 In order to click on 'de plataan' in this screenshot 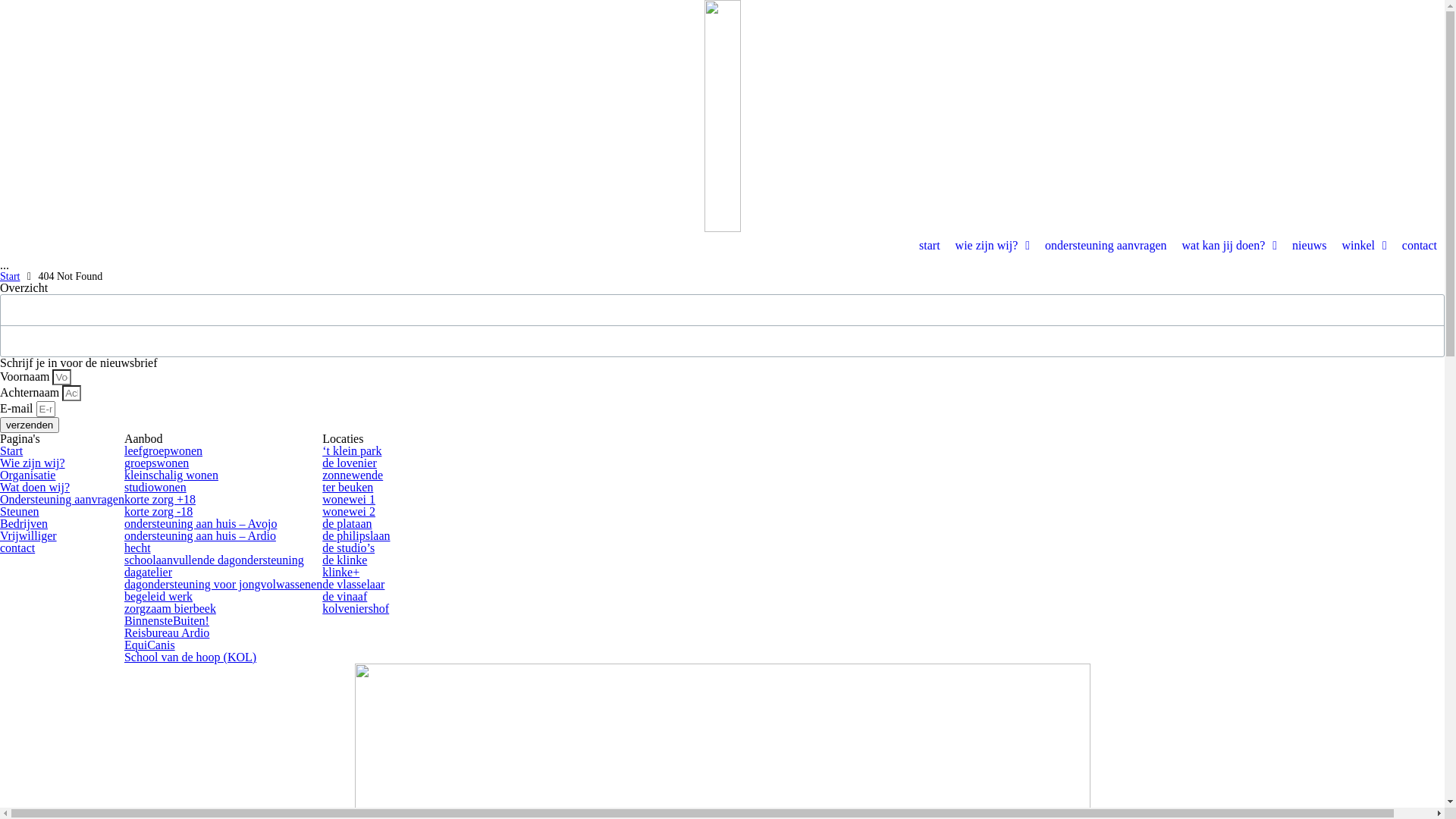, I will do `click(346, 522)`.